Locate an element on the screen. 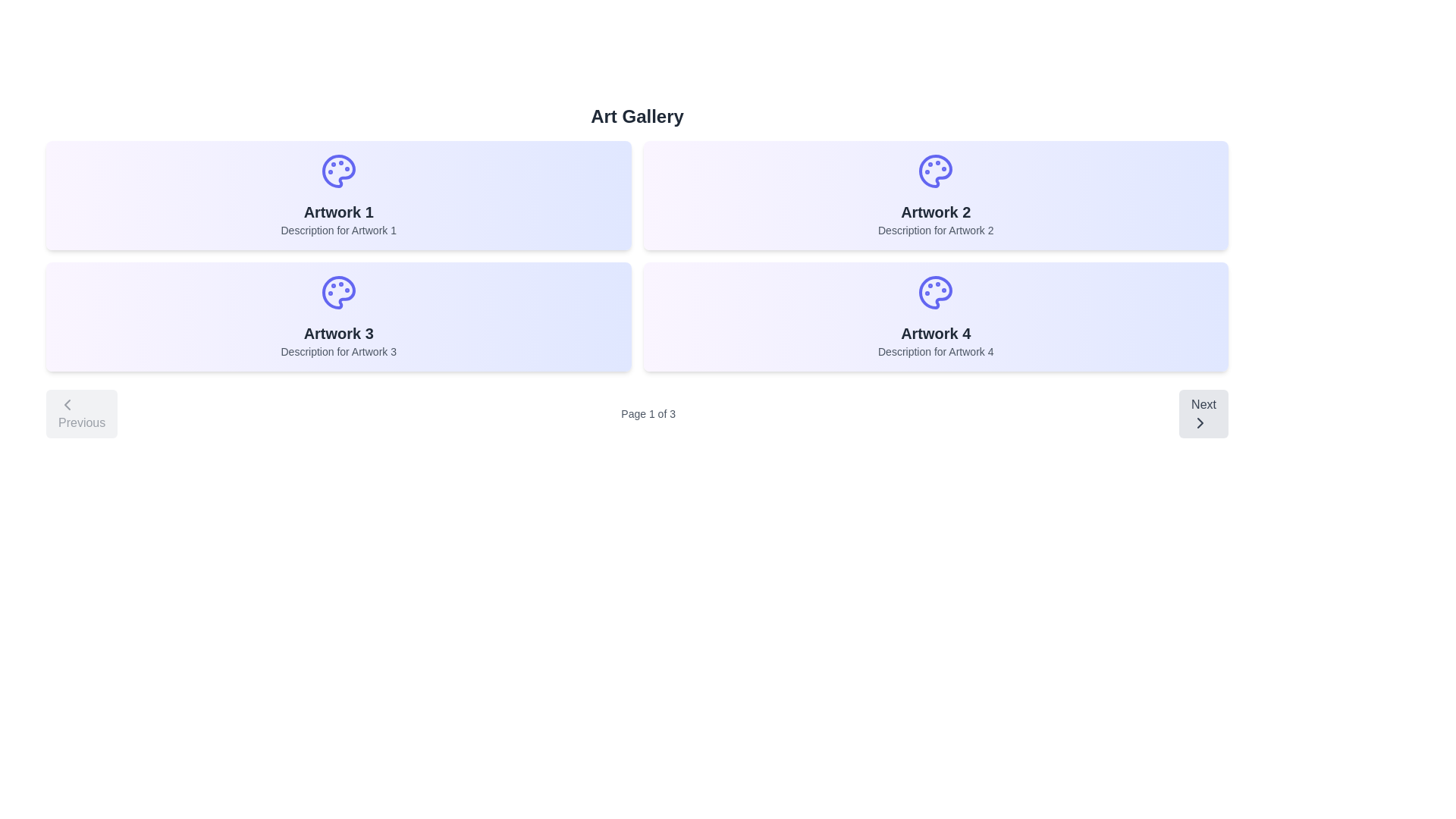 Image resolution: width=1456 pixels, height=819 pixels. the SVG graphic icon resembling a painter's palette, which is styled in indigo blue, located in the upper-center part of the card titled 'Artwork 3 Description for Artwork 3' is located at coordinates (337, 292).